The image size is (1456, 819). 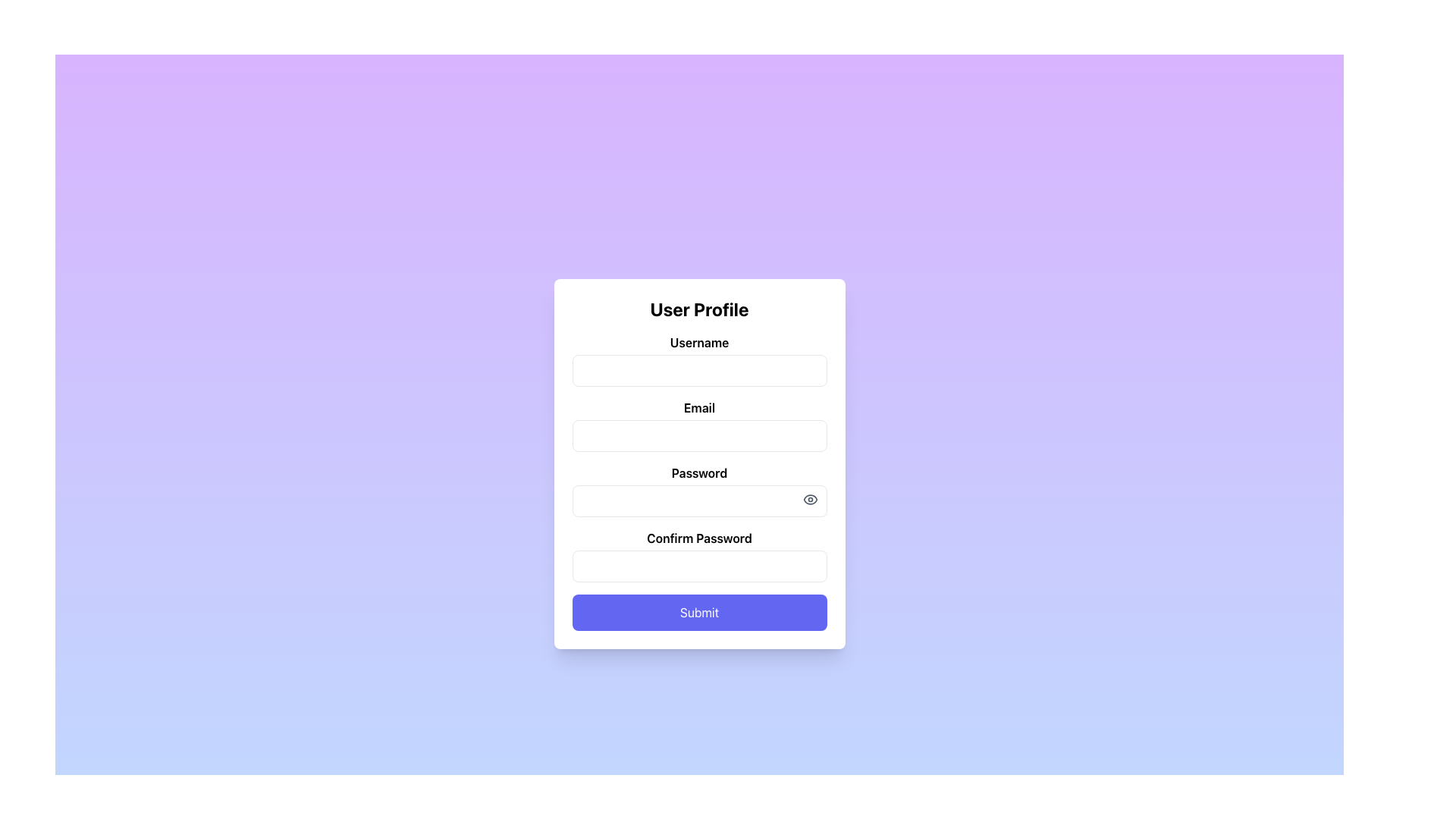 I want to click on the 'Submit' button at the bottom of the 'User Profile' form, so click(x=698, y=611).